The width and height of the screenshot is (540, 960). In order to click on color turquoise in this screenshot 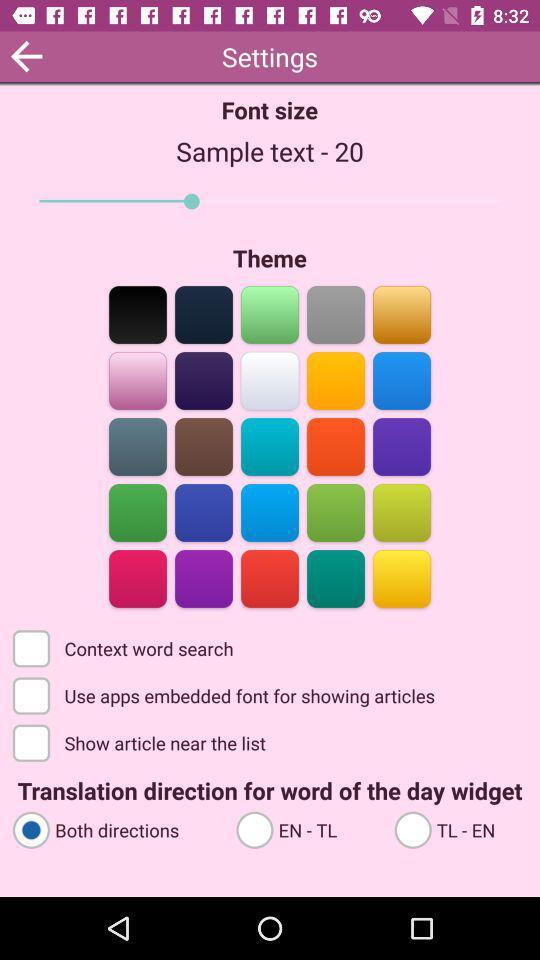, I will do `click(270, 445)`.